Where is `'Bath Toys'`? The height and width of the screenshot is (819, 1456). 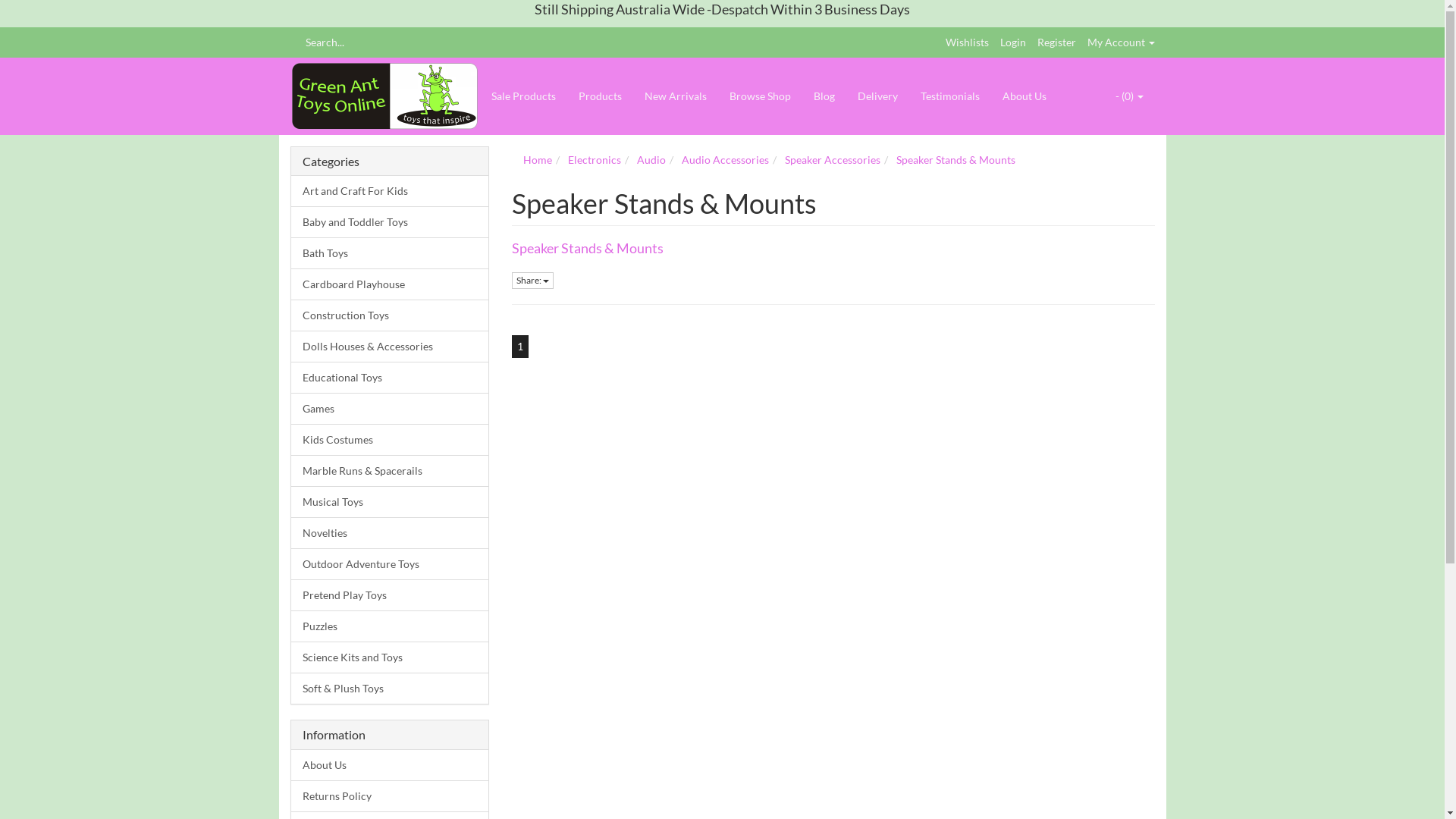
'Bath Toys' is located at coordinates (390, 252).